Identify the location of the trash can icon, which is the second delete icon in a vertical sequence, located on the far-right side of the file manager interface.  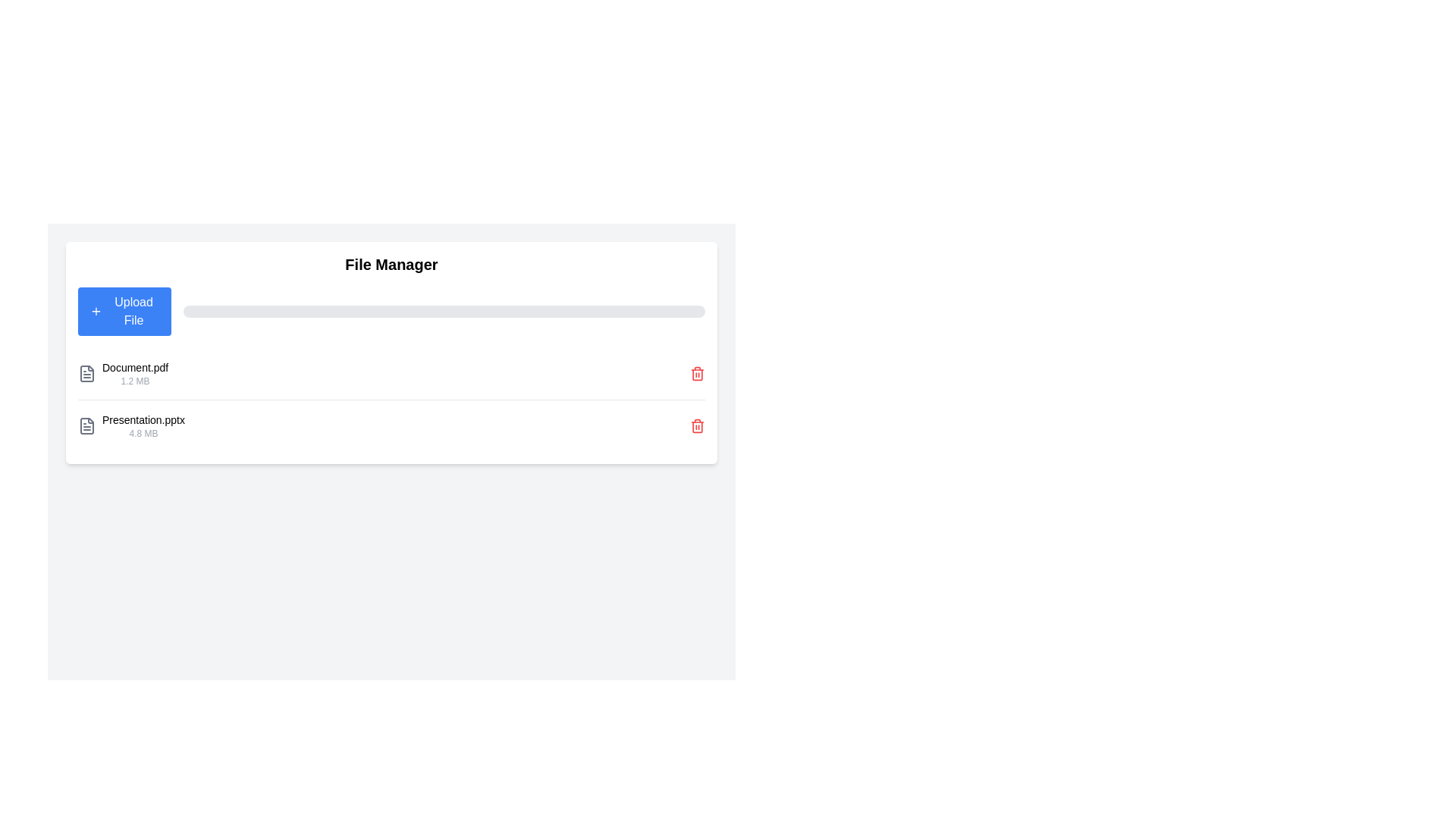
(697, 427).